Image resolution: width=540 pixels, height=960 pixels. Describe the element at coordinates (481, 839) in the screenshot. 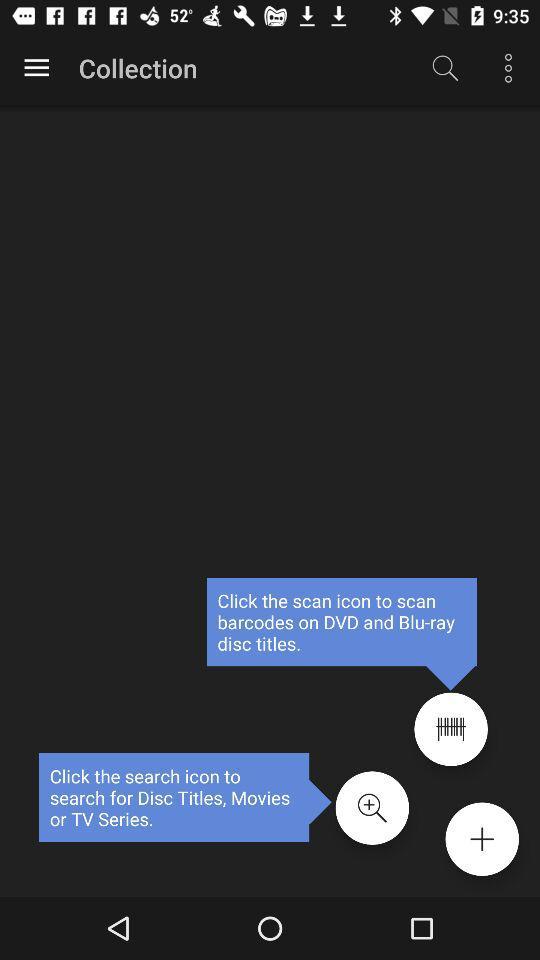

I see `the add icon` at that location.